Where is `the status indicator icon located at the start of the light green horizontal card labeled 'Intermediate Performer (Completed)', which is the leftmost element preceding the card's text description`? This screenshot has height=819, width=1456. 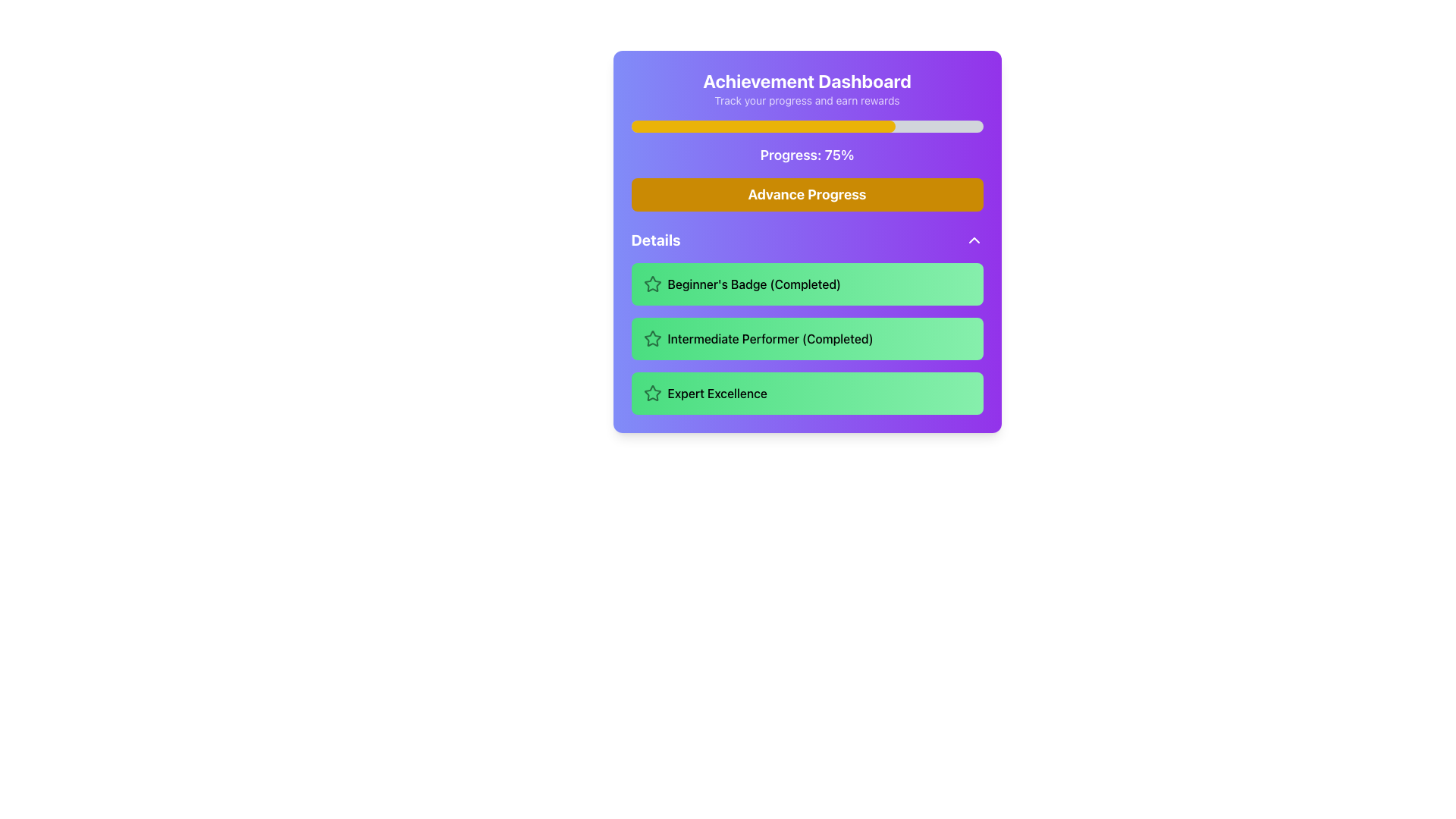
the status indicator icon located at the start of the light green horizontal card labeled 'Intermediate Performer (Completed)', which is the leftmost element preceding the card's text description is located at coordinates (652, 338).